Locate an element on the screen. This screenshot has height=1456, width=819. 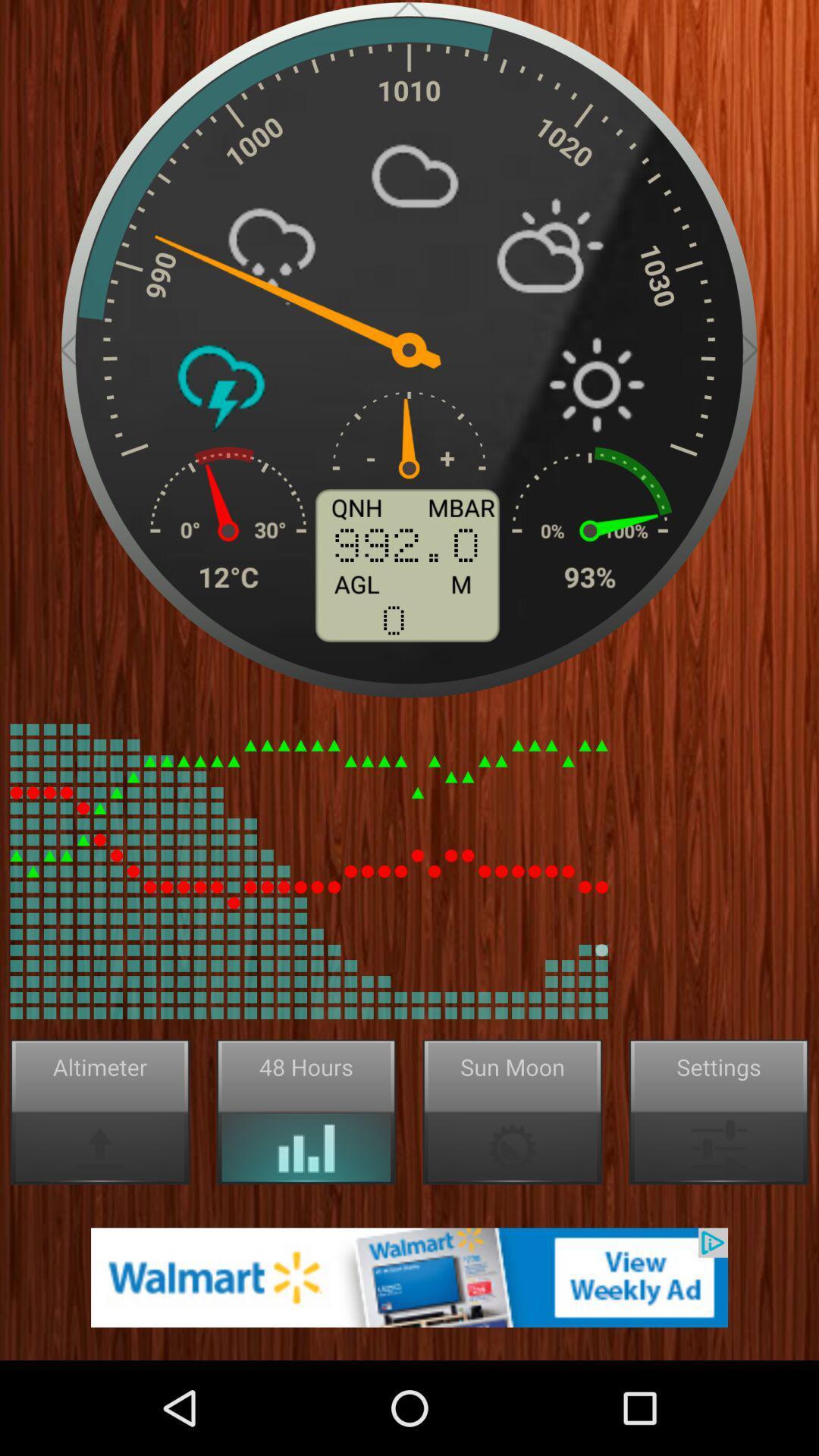
advertisement is located at coordinates (409, 1276).